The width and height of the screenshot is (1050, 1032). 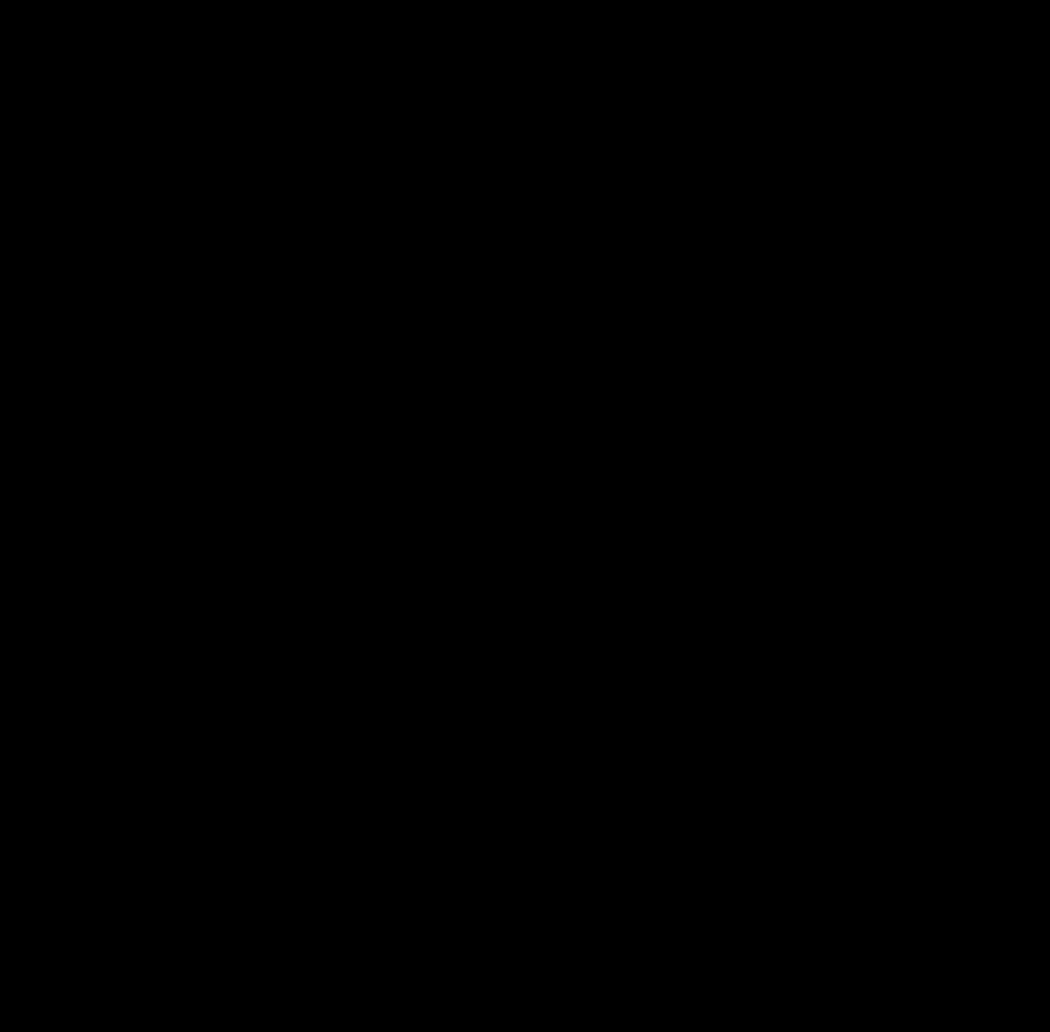 What do you see at coordinates (542, 360) in the screenshot?
I see `'"We've worked with Valerie and her team for ten years. Always professional, pro-active, and creative. Highly recommend!"'` at bounding box center [542, 360].